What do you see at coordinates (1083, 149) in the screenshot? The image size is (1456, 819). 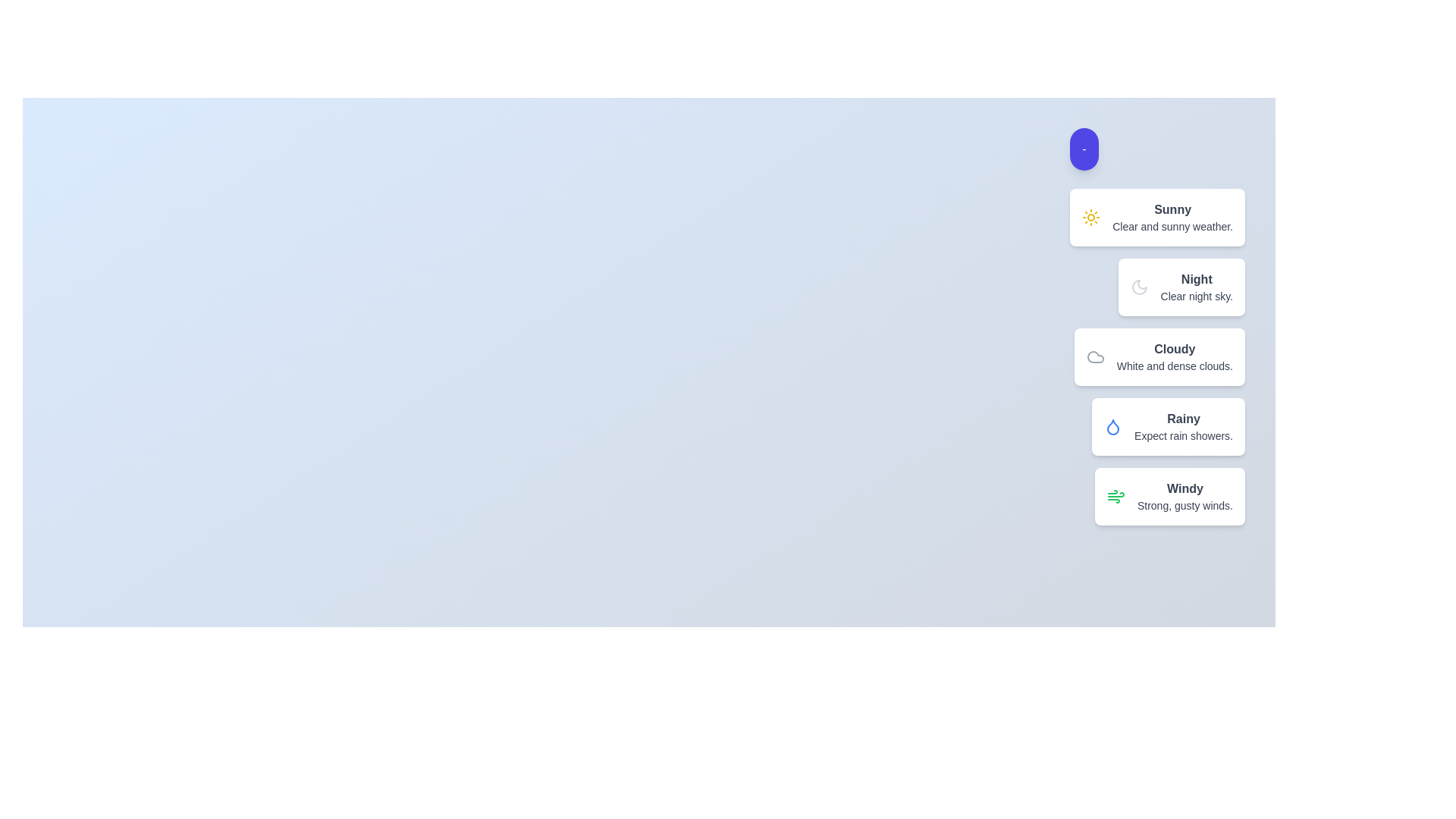 I see `the action button to toggle the menu` at bounding box center [1083, 149].